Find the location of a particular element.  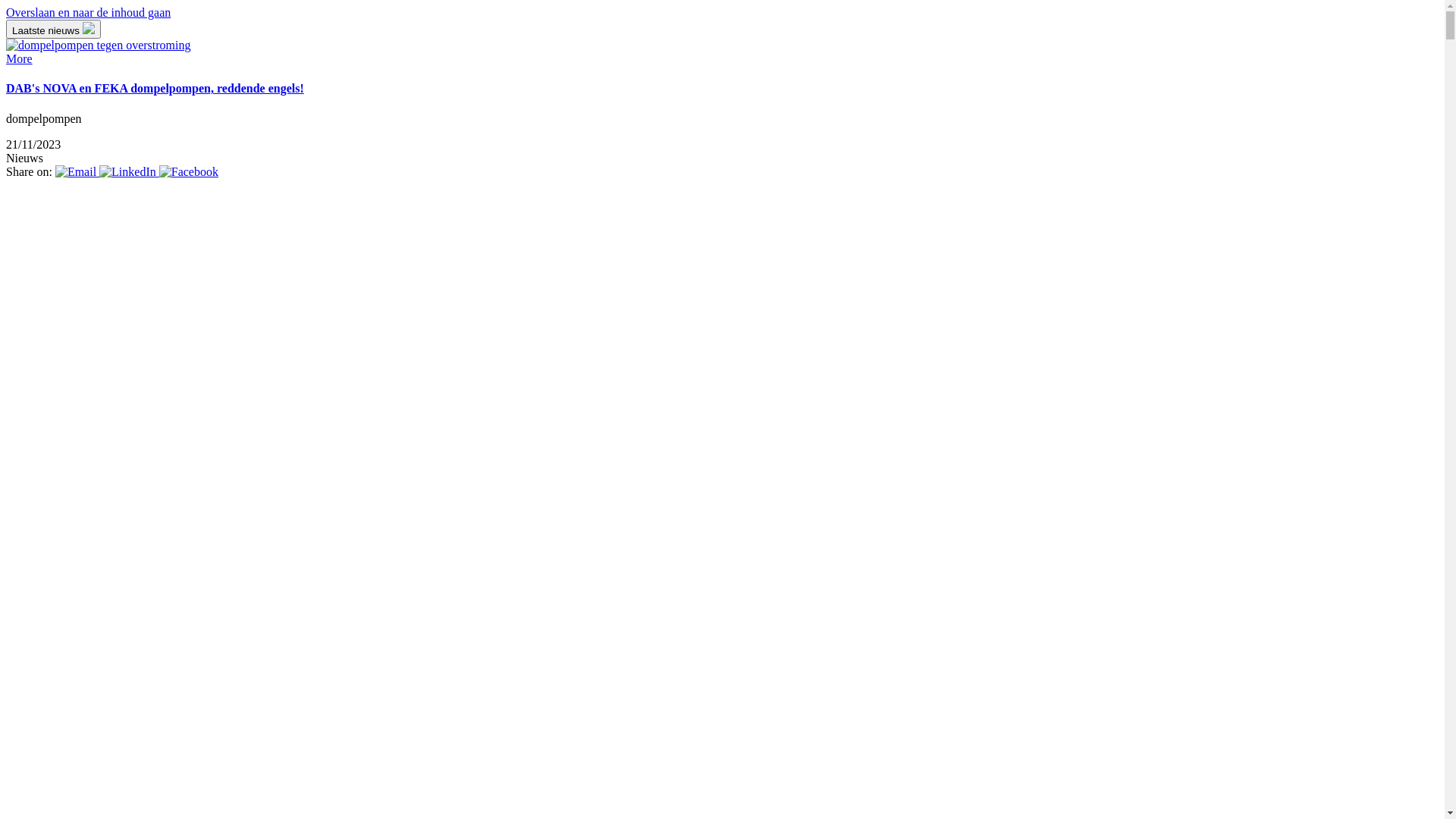

'Laatste nieuws' is located at coordinates (53, 29).